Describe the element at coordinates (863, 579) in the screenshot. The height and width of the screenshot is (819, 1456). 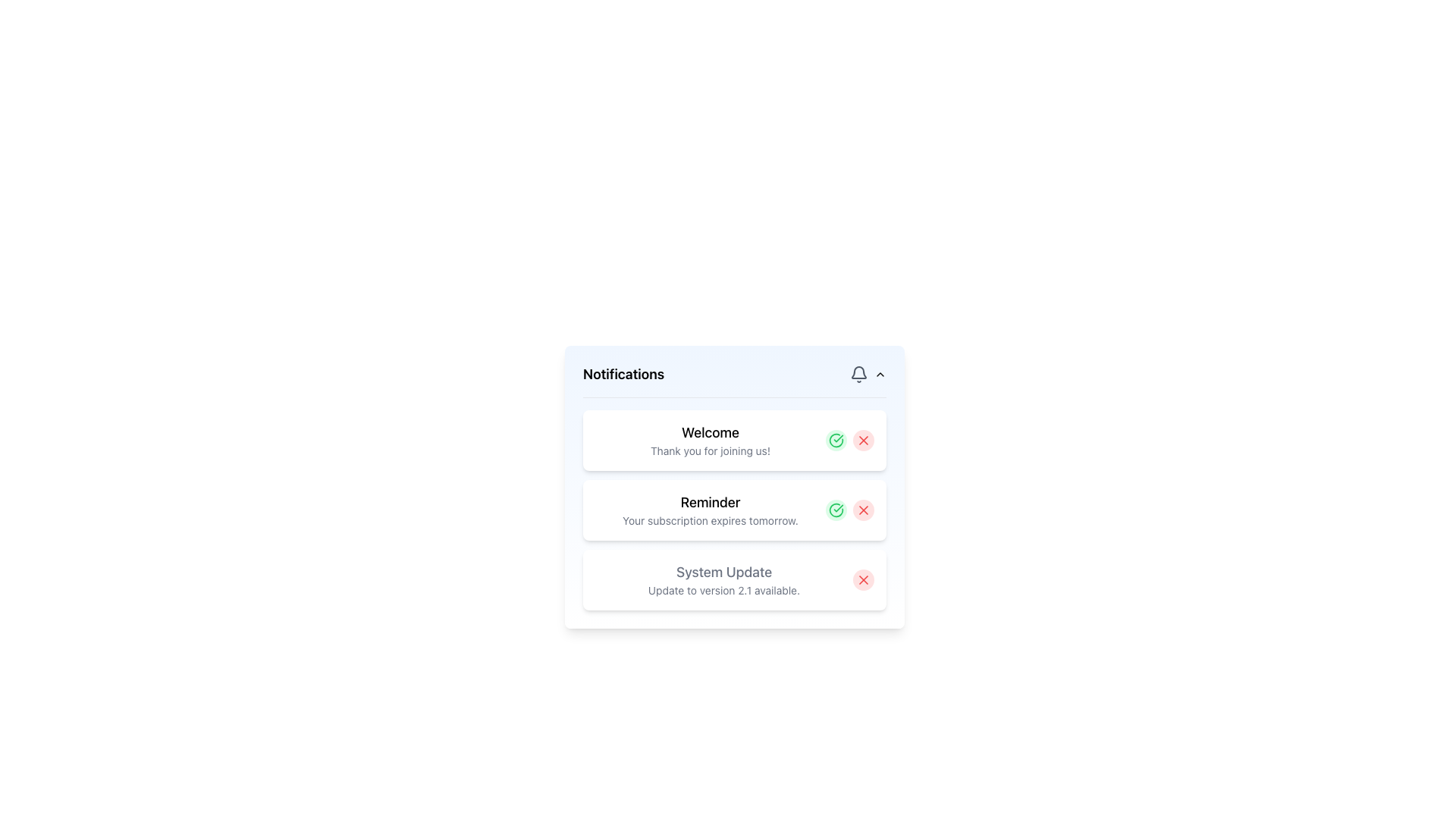
I see `the circular red button with a white X icon that signifies a close or cancel action, located in the bottom-right corner of the 'System Update' notification card` at that location.